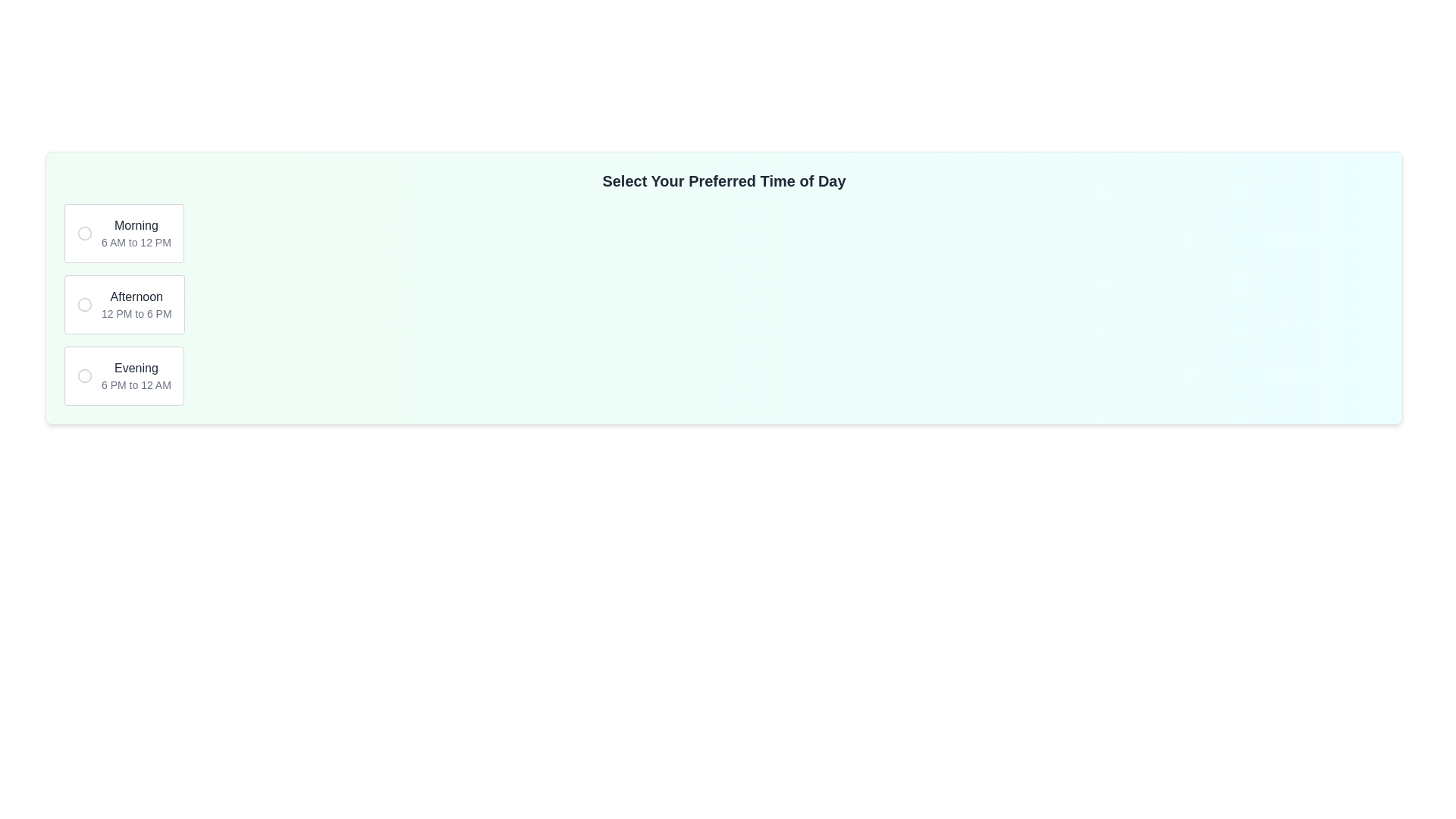  What do you see at coordinates (83, 304) in the screenshot?
I see `the circular radio button styled with a thin gray border and a white inner fill that corresponds to the 'Afternoon' time range` at bounding box center [83, 304].